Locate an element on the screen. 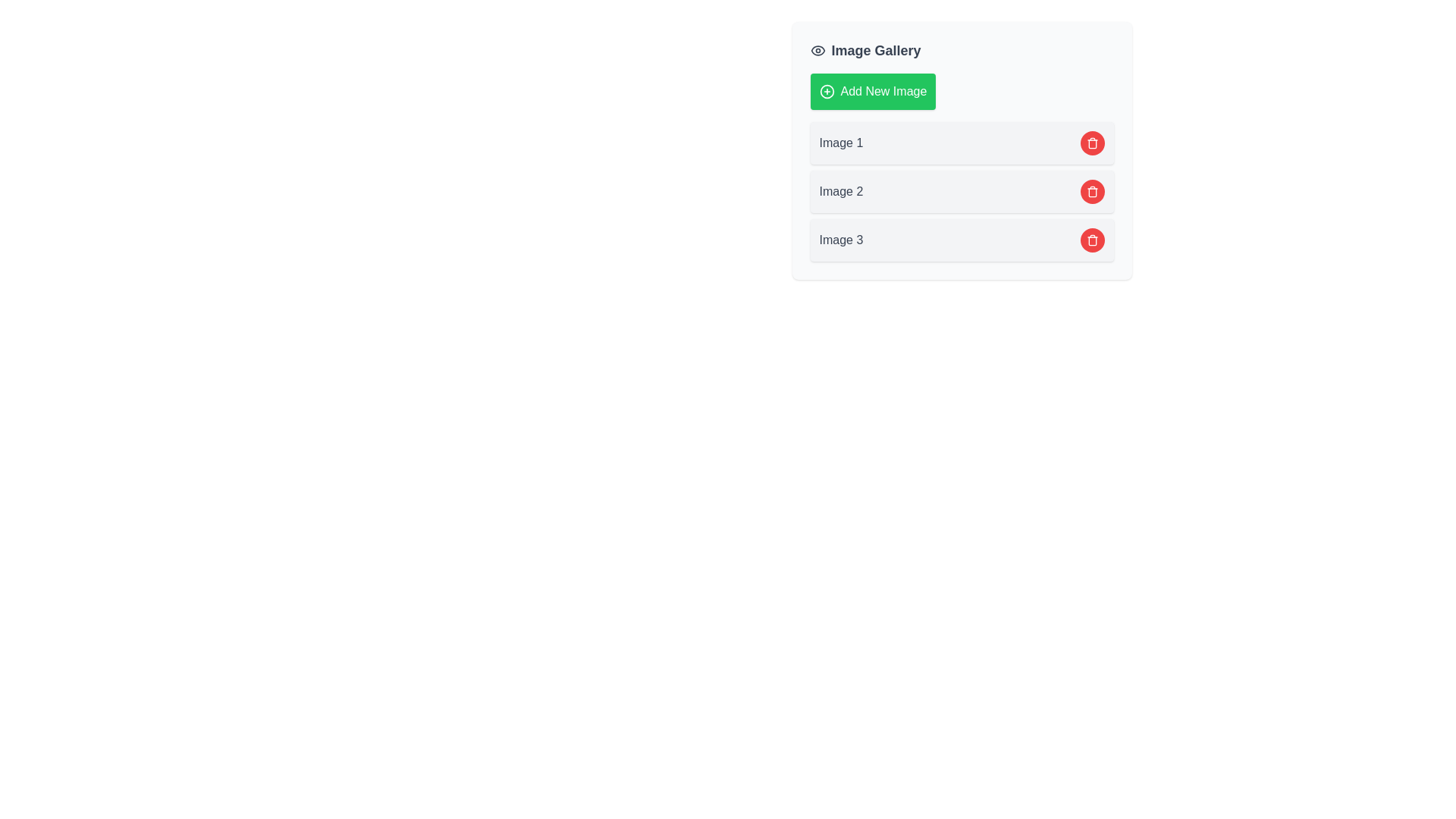 The image size is (1456, 819). the circular red button with a trash can icon, located to the right of 'Image 1' is located at coordinates (1092, 143).